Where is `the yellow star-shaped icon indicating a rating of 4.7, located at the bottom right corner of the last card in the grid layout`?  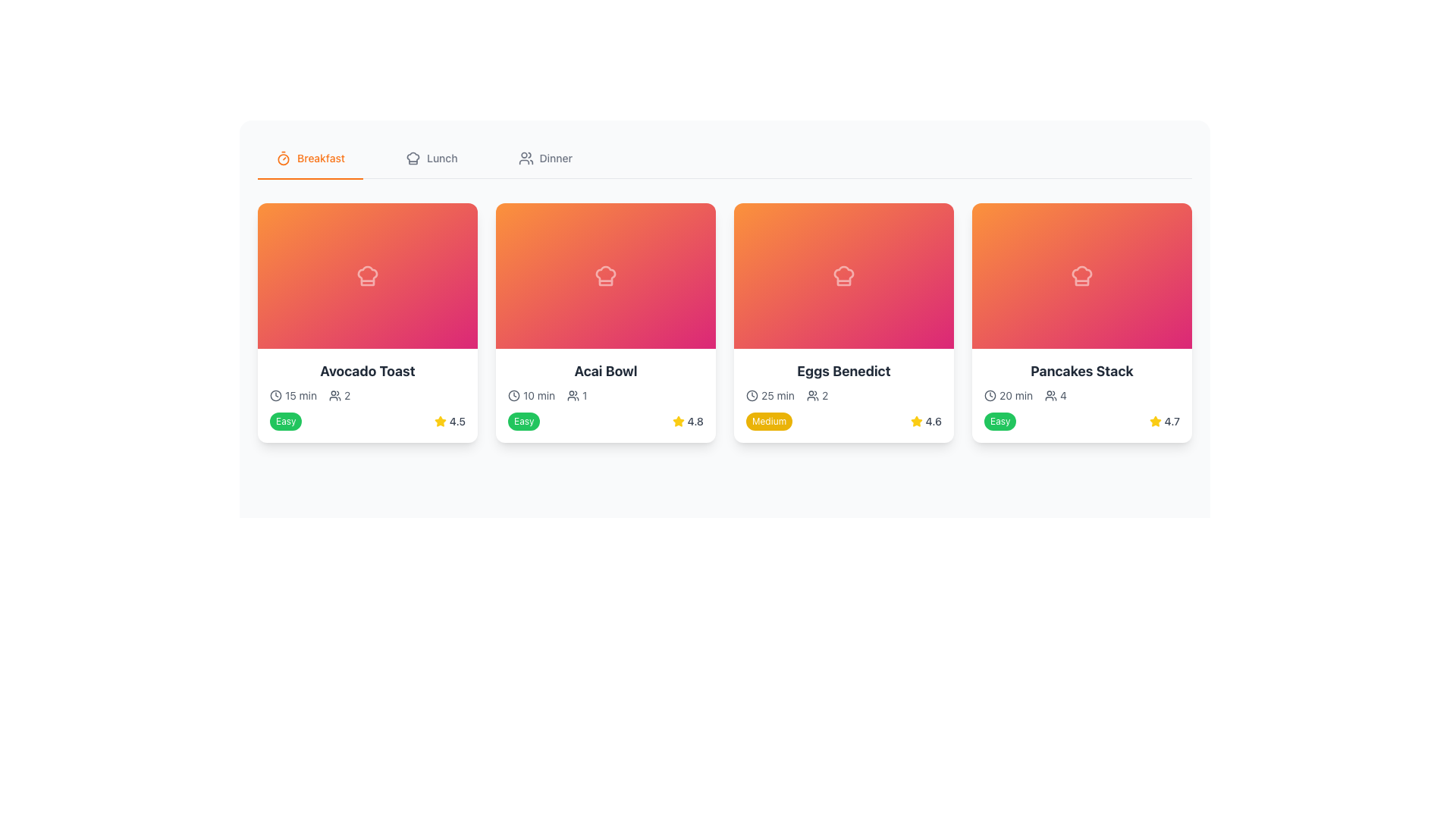
the yellow star-shaped icon indicating a rating of 4.7, located at the bottom right corner of the last card in the grid layout is located at coordinates (1154, 421).